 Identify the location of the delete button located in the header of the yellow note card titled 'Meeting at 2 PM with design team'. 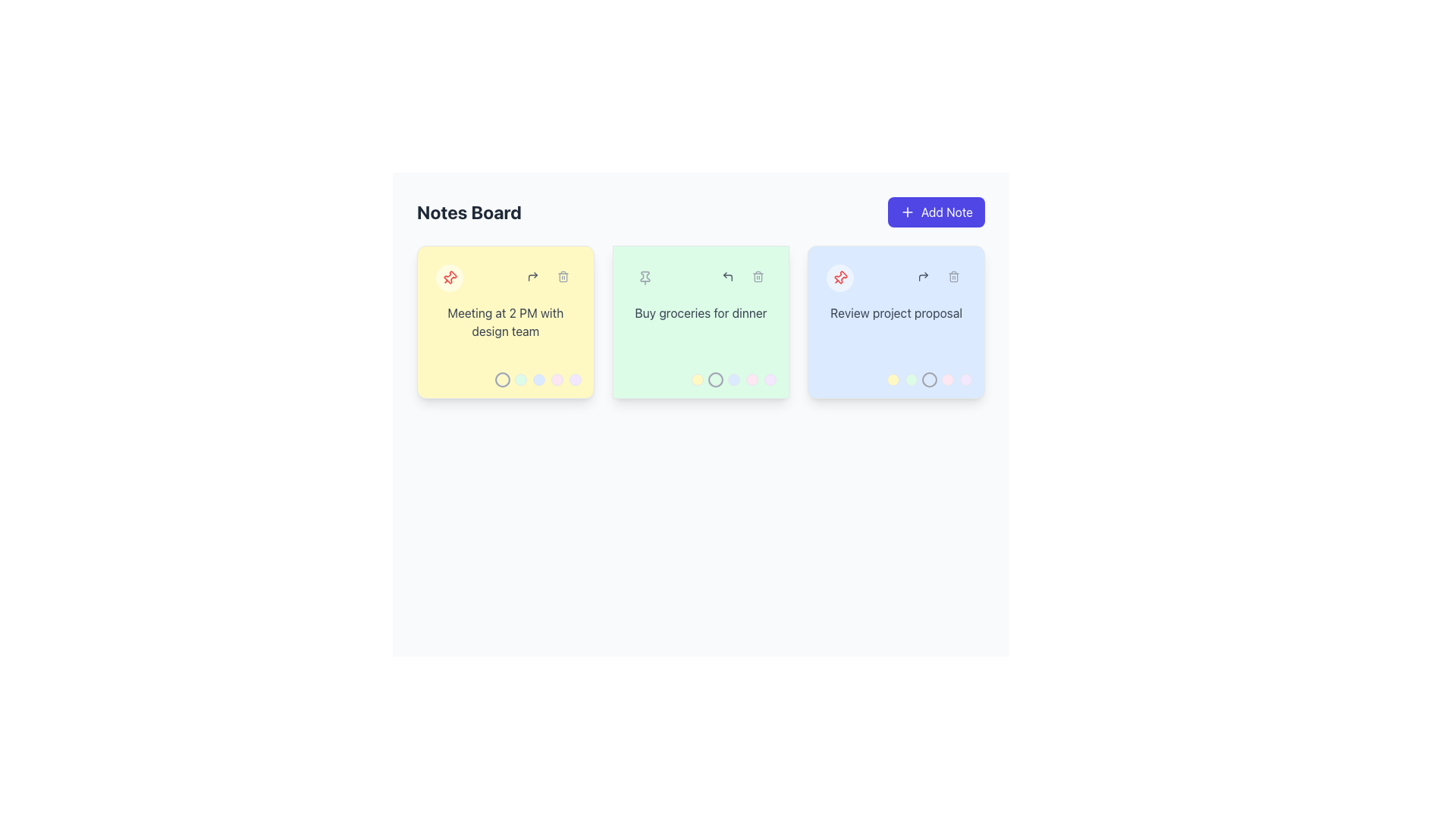
(562, 277).